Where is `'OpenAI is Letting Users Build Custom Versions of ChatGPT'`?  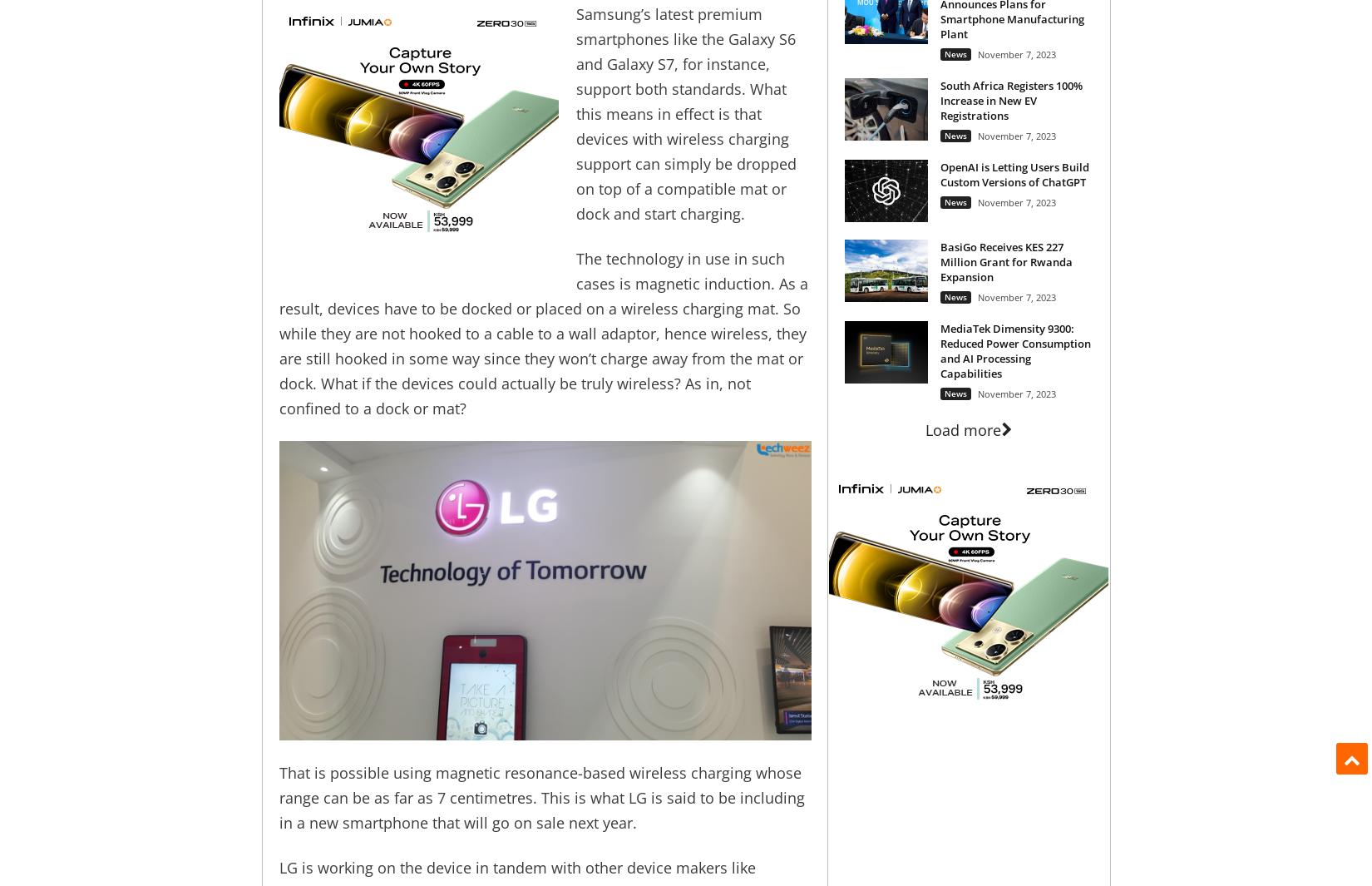
'OpenAI is Letting Users Build Custom Versions of ChatGPT' is located at coordinates (1014, 172).